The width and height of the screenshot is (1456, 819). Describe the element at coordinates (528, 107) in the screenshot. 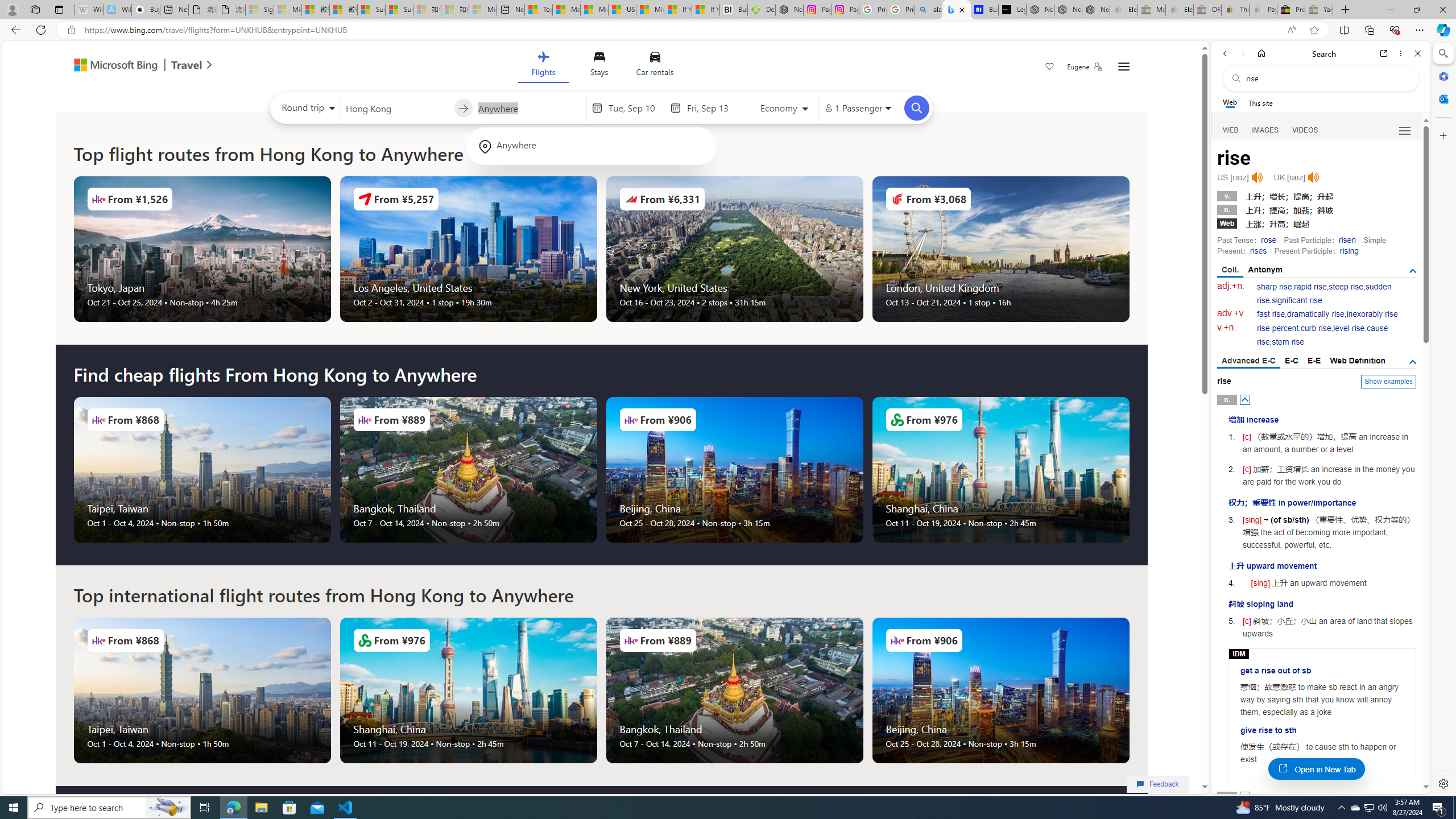

I see `'Class: autosuggest-container full-height no-y-padding'` at that location.